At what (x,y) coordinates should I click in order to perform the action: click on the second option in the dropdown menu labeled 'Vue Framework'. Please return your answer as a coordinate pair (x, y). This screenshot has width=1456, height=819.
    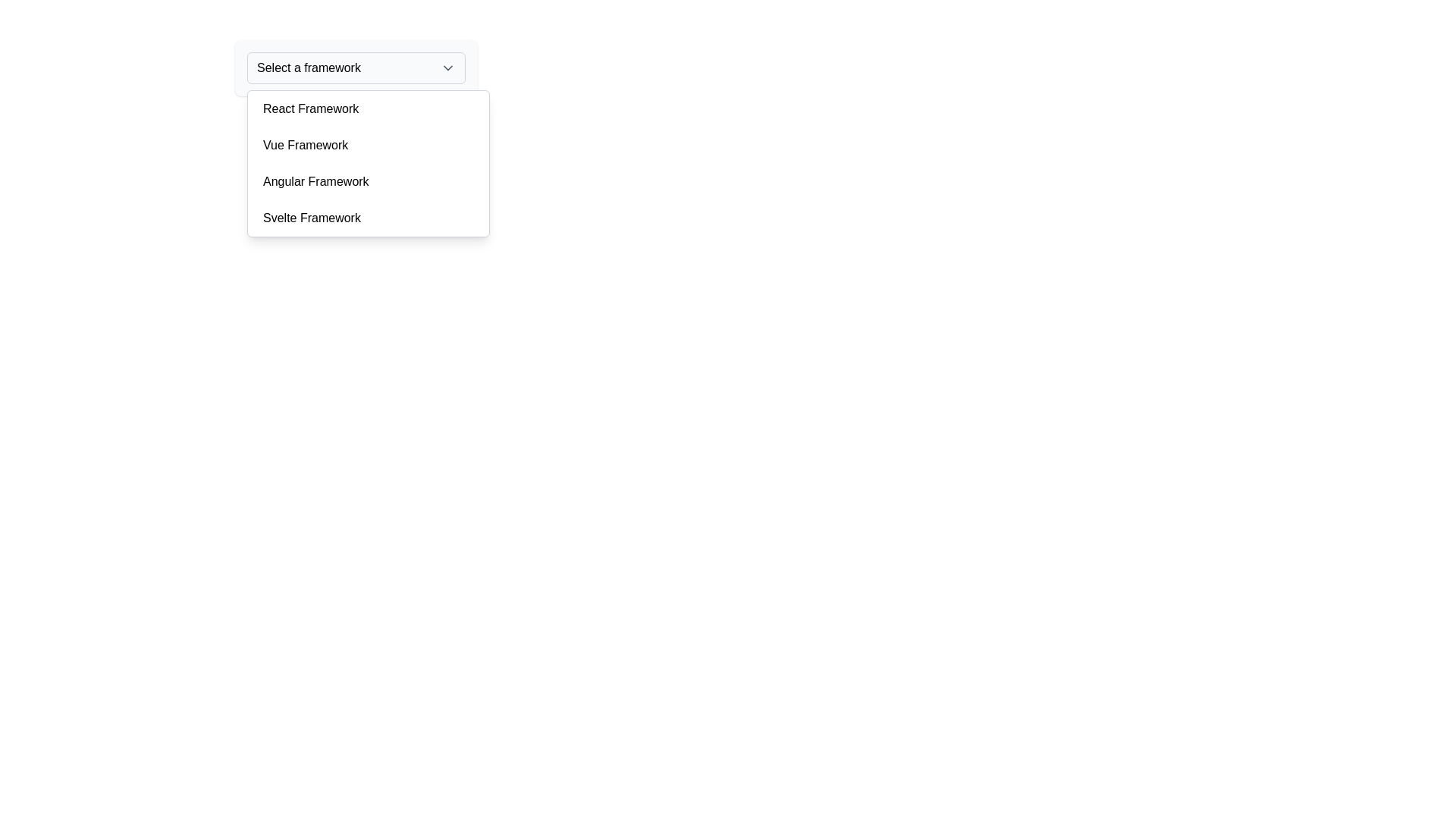
    Looking at the image, I should click on (368, 164).